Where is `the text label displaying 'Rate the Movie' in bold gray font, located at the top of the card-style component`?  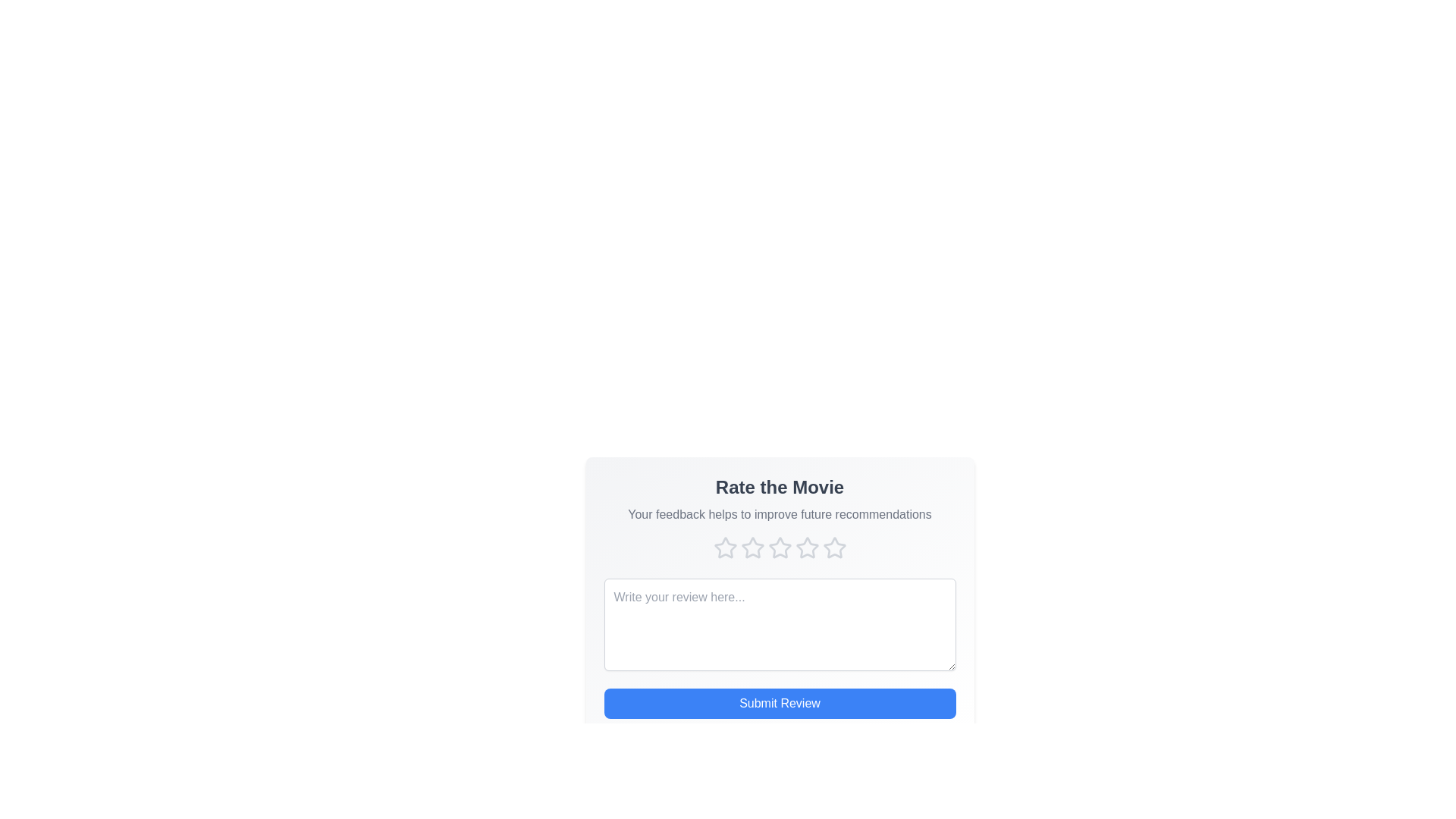 the text label displaying 'Rate the Movie' in bold gray font, located at the top of the card-style component is located at coordinates (780, 488).